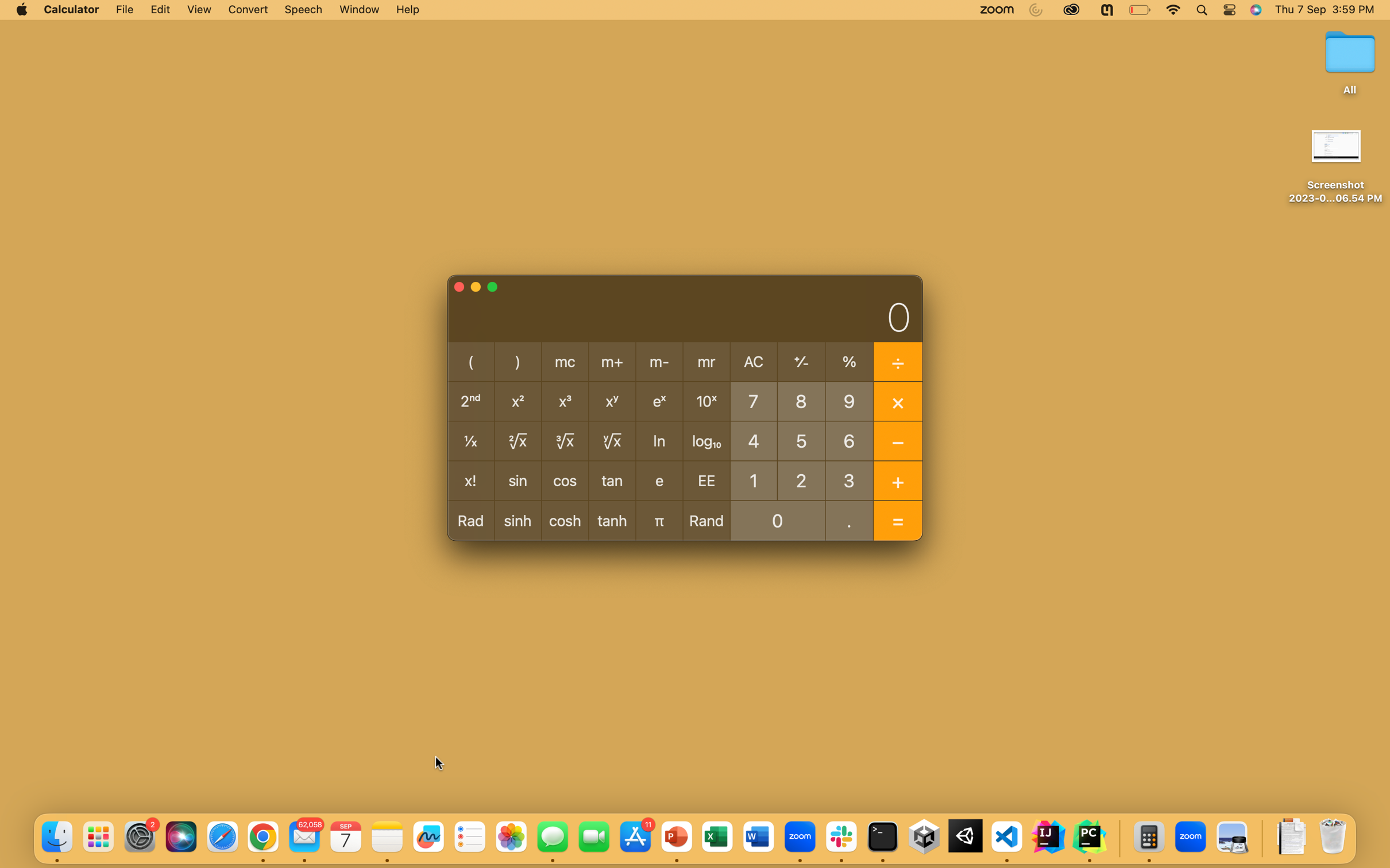  Describe the element at coordinates (801, 479) in the screenshot. I see `Calculate the addition of the numbers 2 and 7` at that location.